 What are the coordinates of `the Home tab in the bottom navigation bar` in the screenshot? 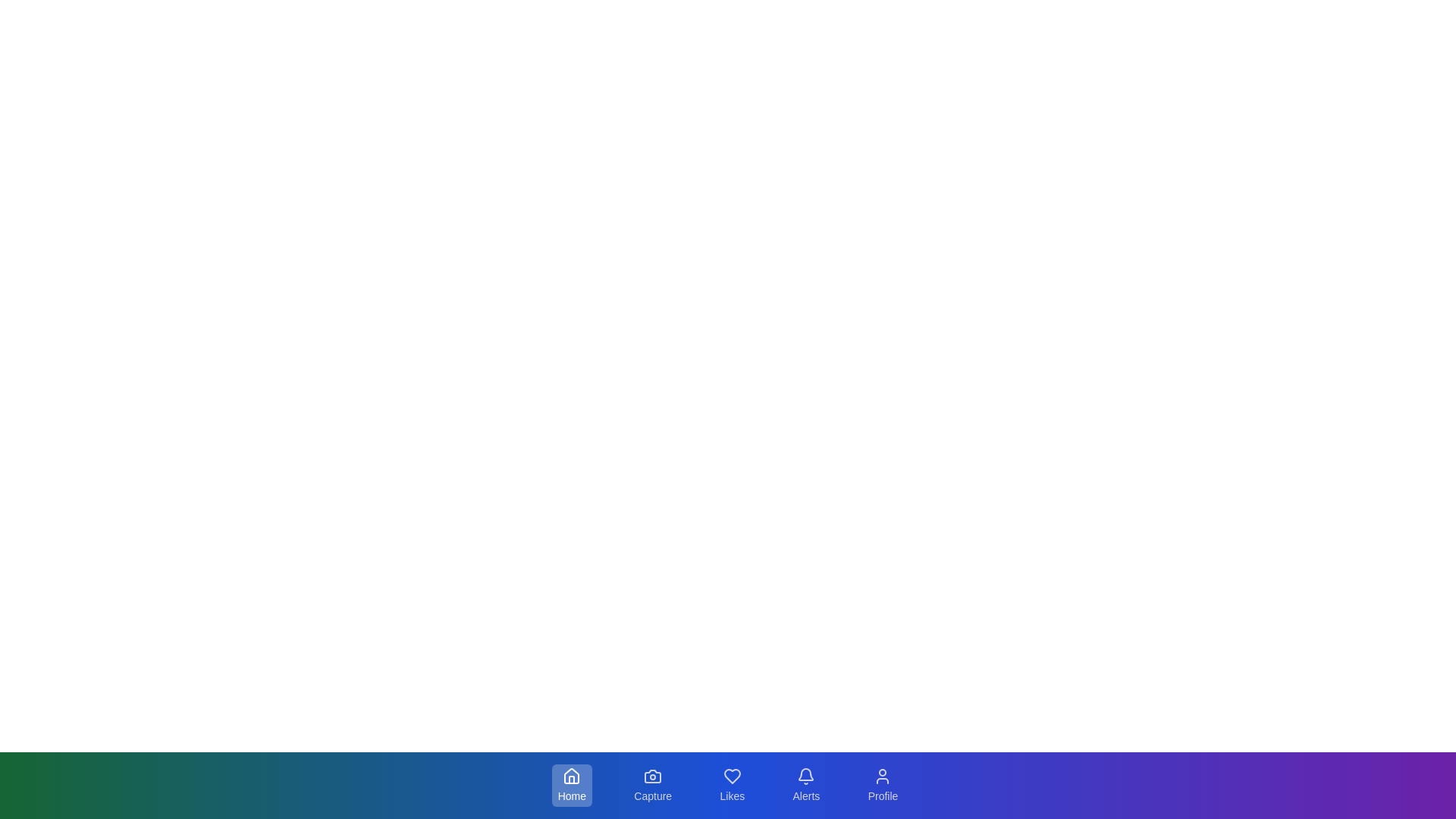 It's located at (570, 785).